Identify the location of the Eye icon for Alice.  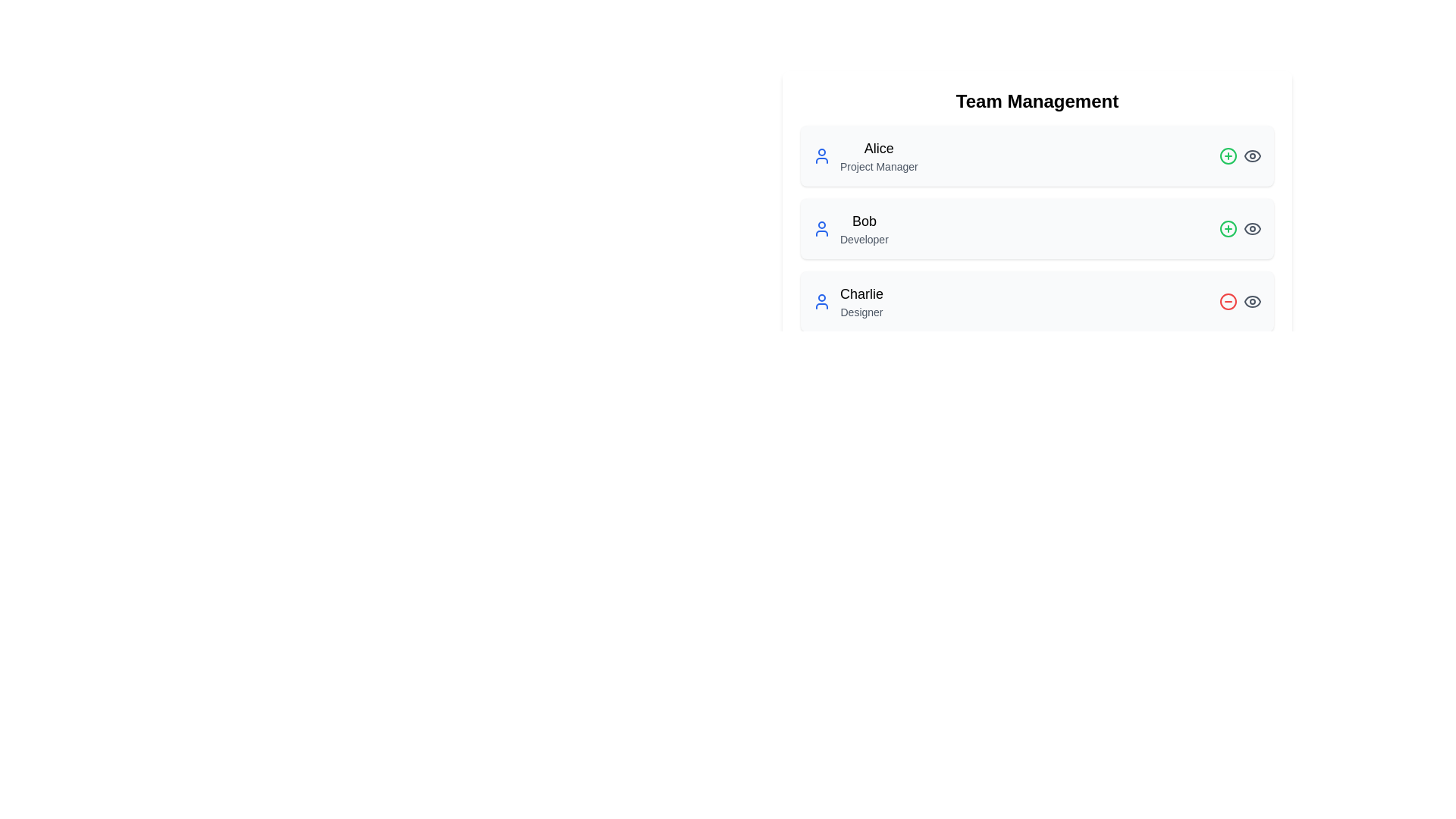
(1252, 155).